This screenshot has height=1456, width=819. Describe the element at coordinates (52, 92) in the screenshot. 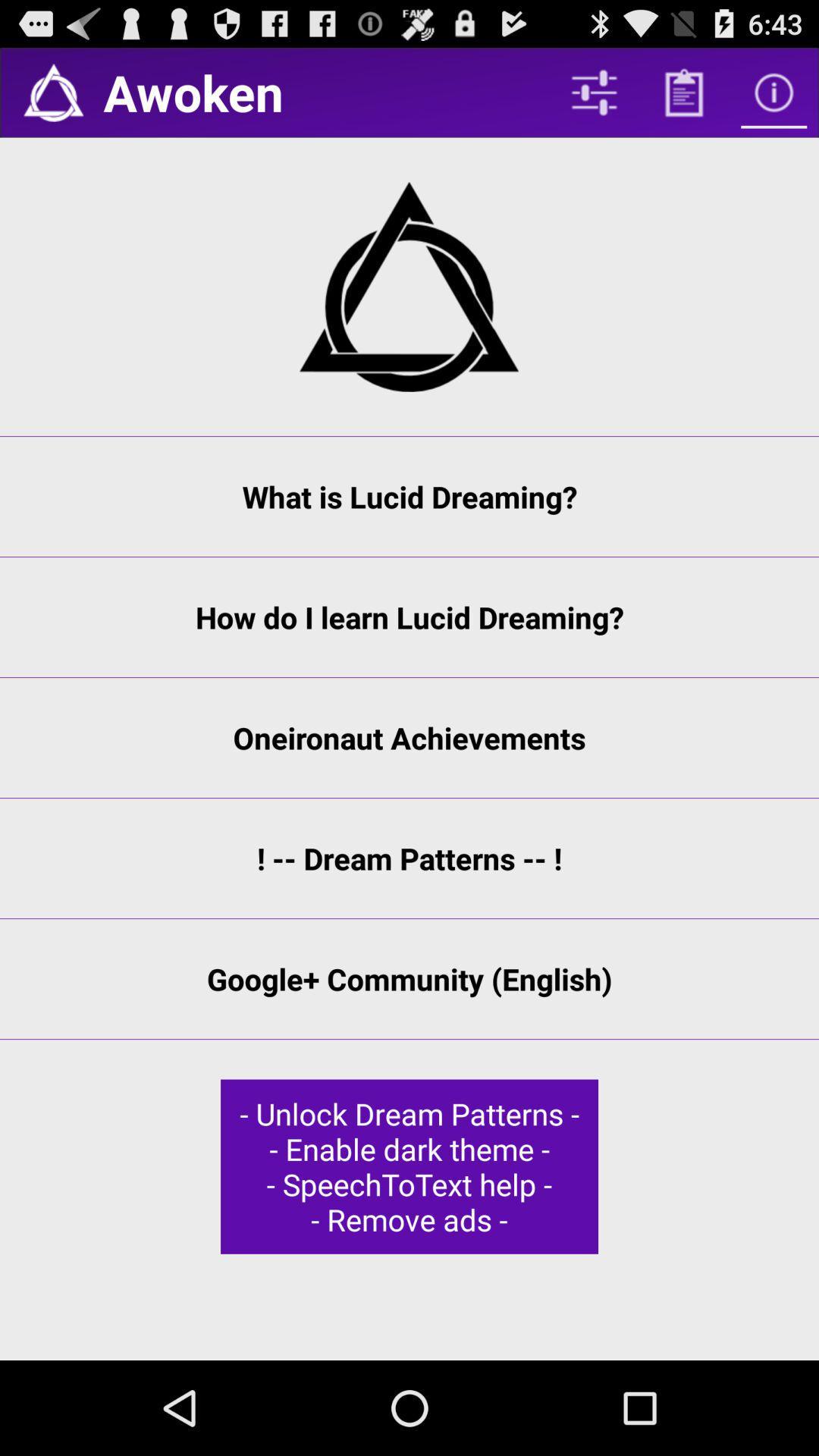

I see `home page` at that location.